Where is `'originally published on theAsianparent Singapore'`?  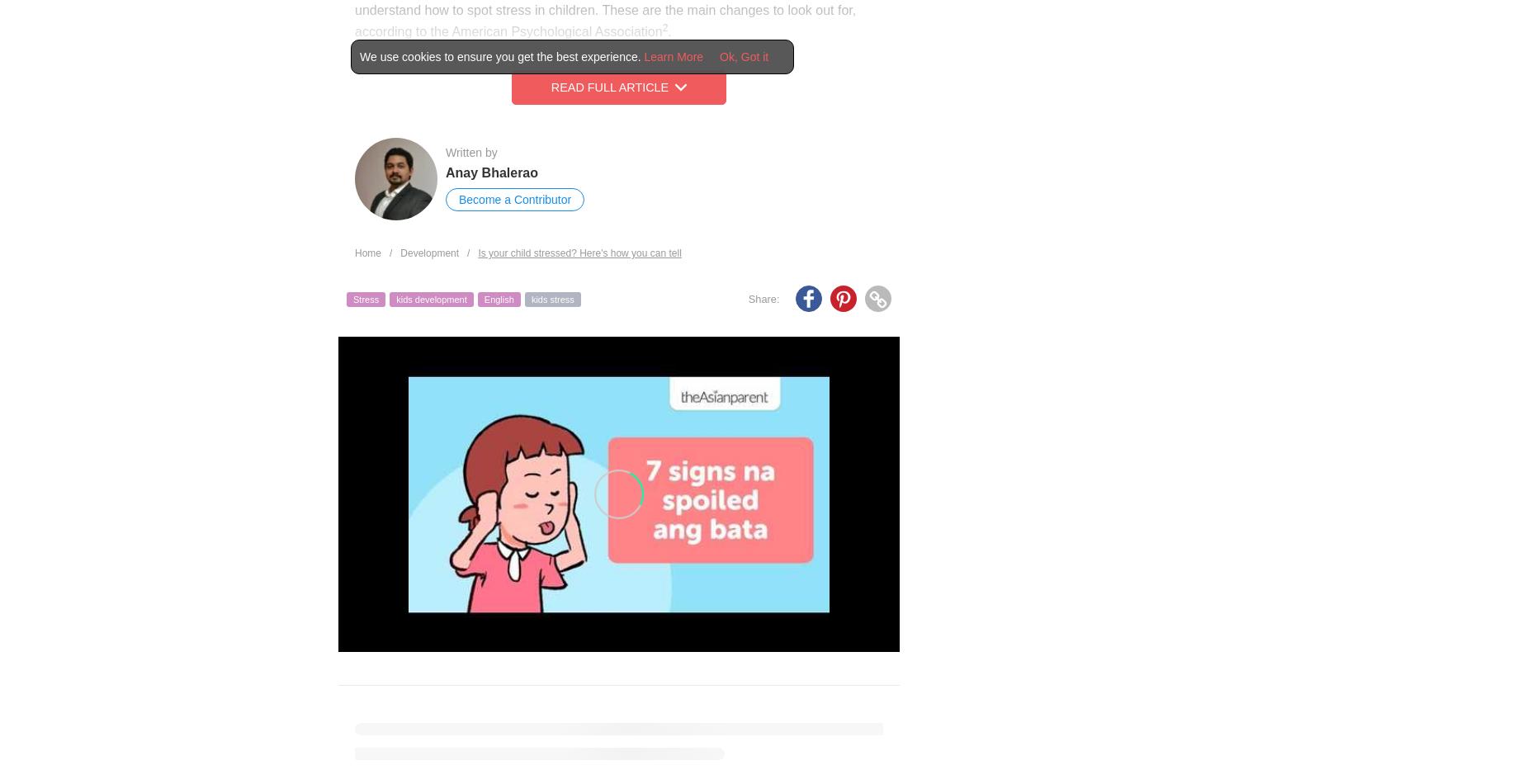 'originally published on theAsianparent Singapore' is located at coordinates (592, 761).